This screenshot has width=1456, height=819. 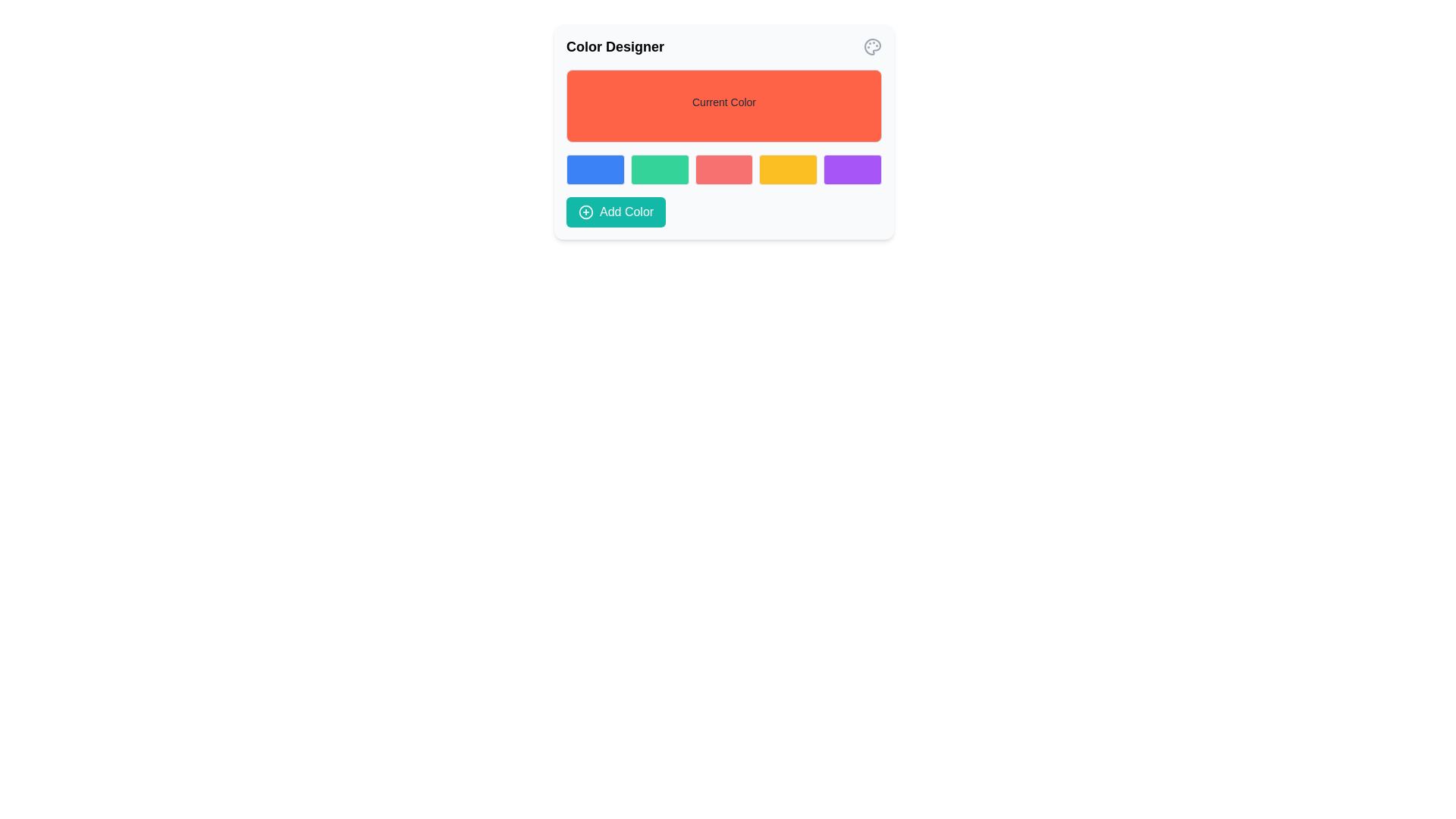 I want to click on the second color option button in the Color Designer interface, so click(x=660, y=169).